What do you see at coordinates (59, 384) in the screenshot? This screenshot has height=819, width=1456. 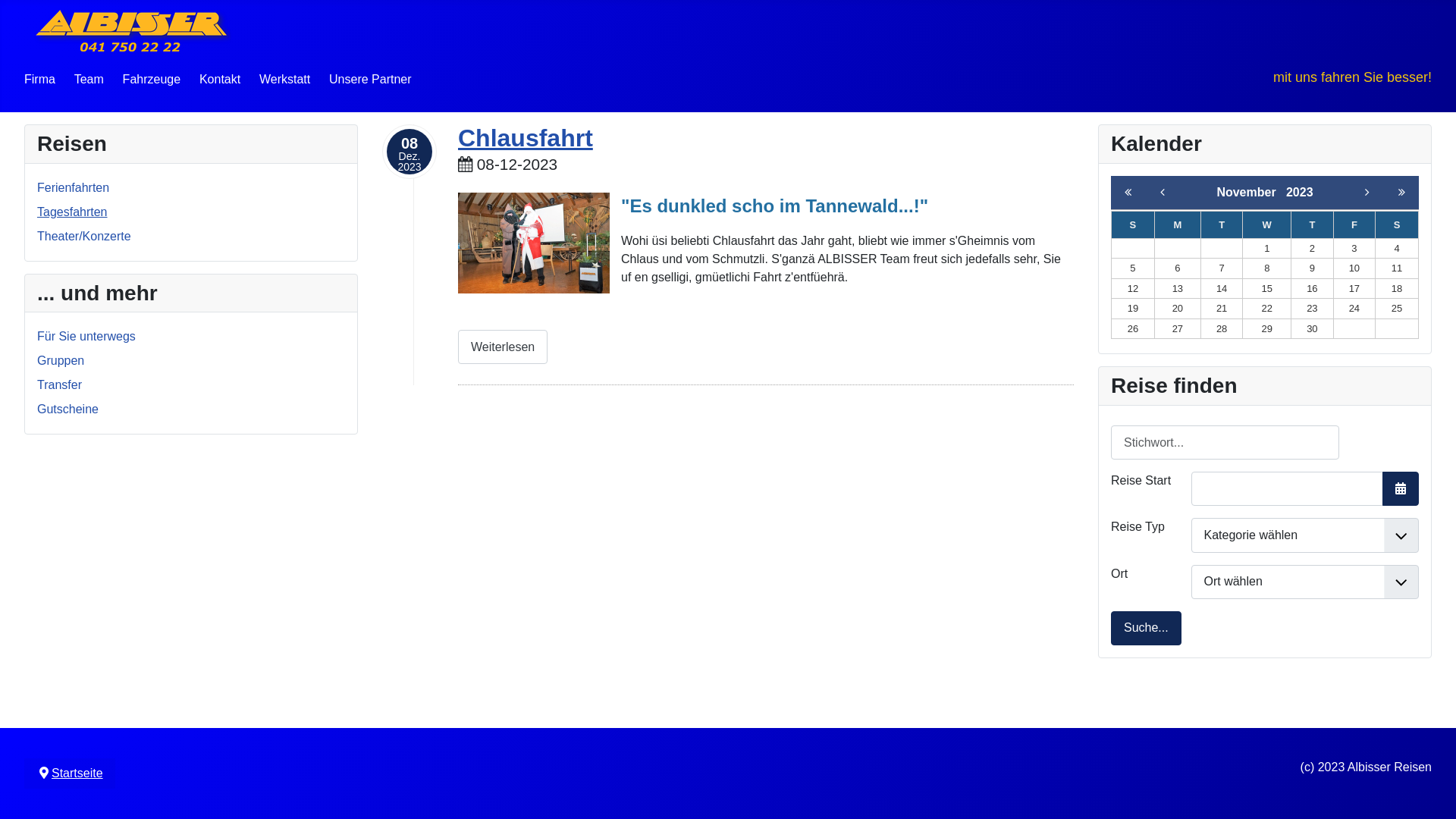 I see `'Transfer'` at bounding box center [59, 384].